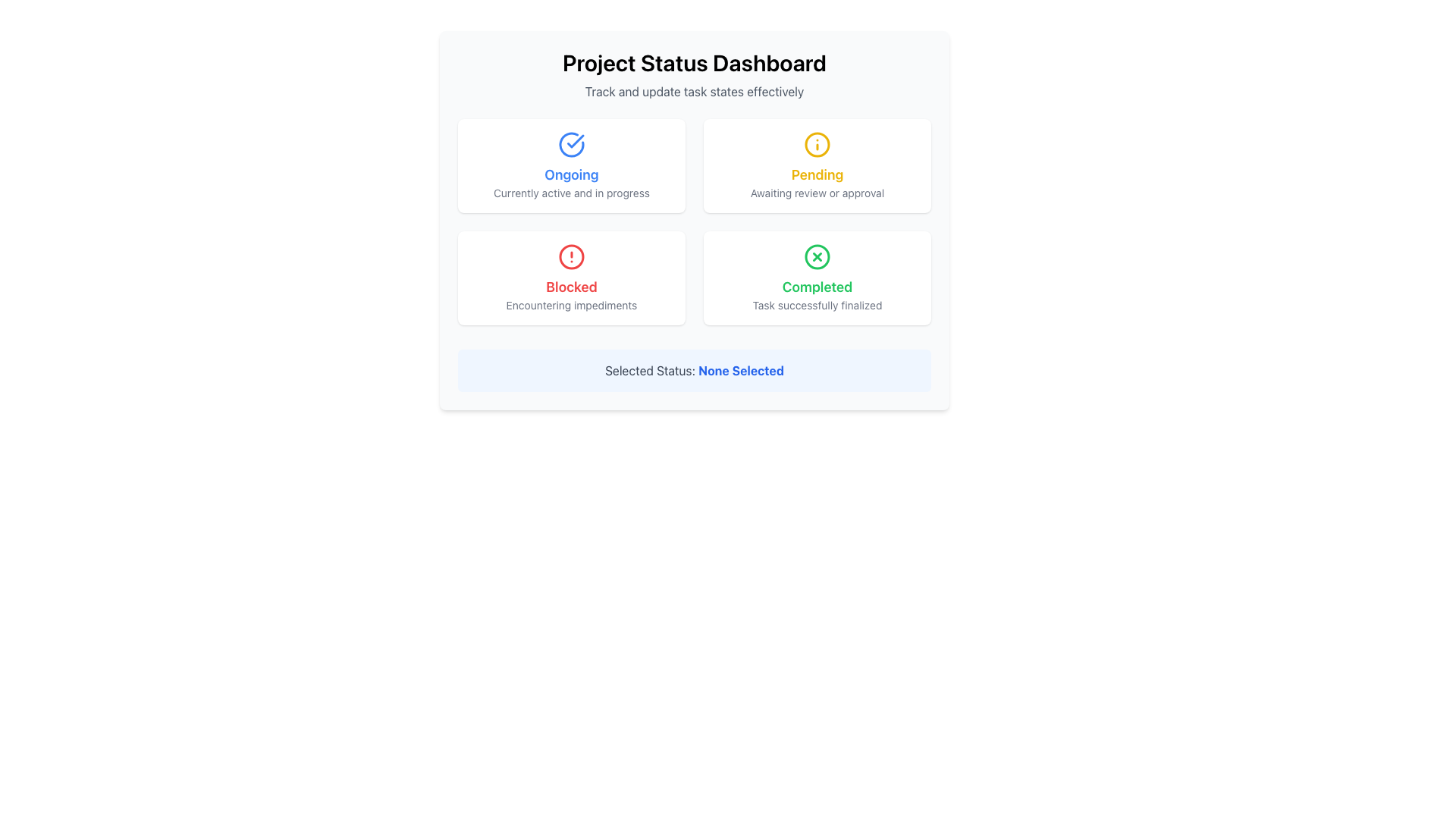 The width and height of the screenshot is (1456, 819). What do you see at coordinates (817, 174) in the screenshot?
I see `the status label that indicates a pending task, located in the top right card of the dashboard interface, positioned below a yellow information icon and above the text 'Awaiting review or approval'` at bounding box center [817, 174].